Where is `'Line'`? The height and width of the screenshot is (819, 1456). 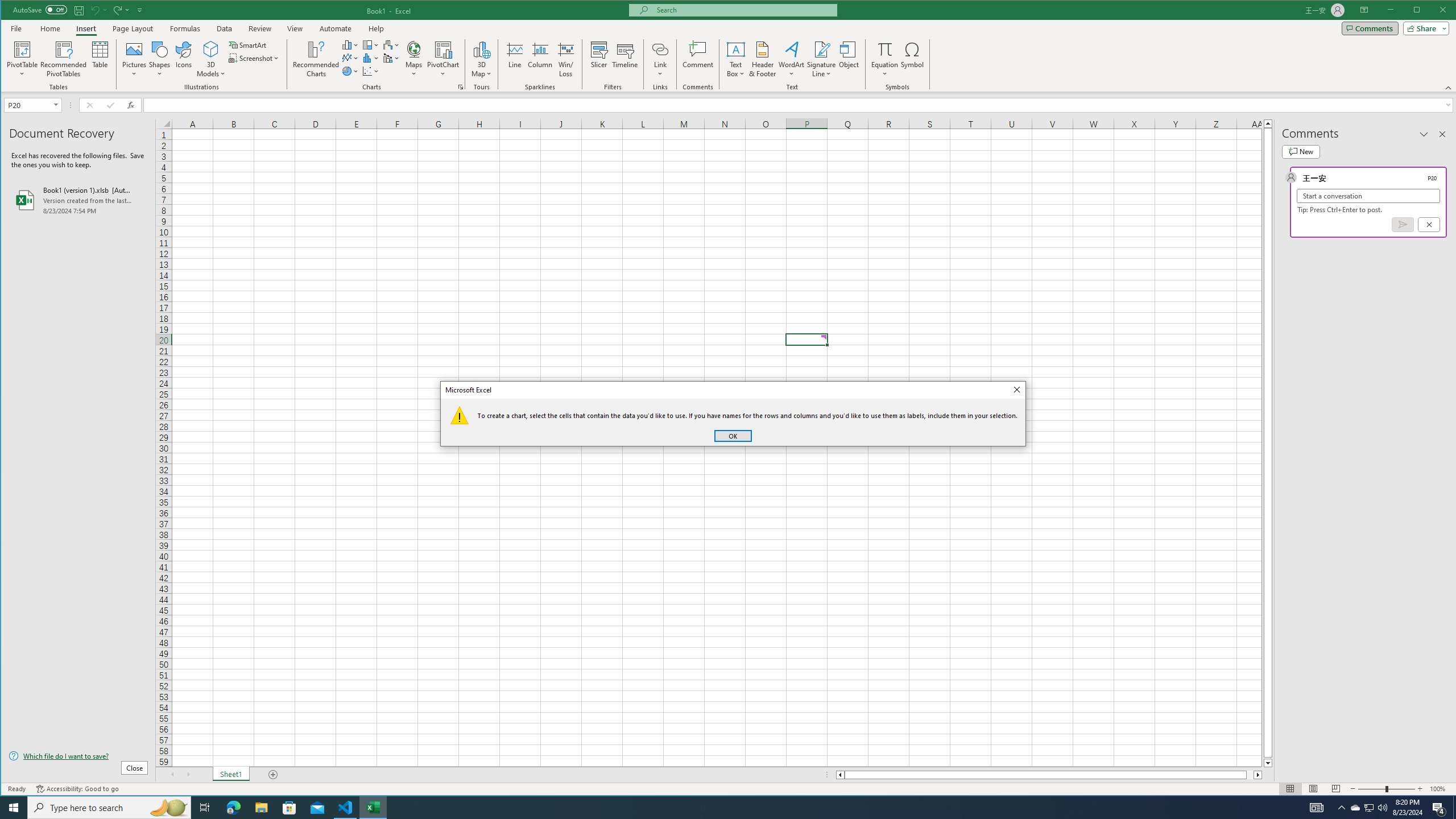 'Line' is located at coordinates (514, 59).